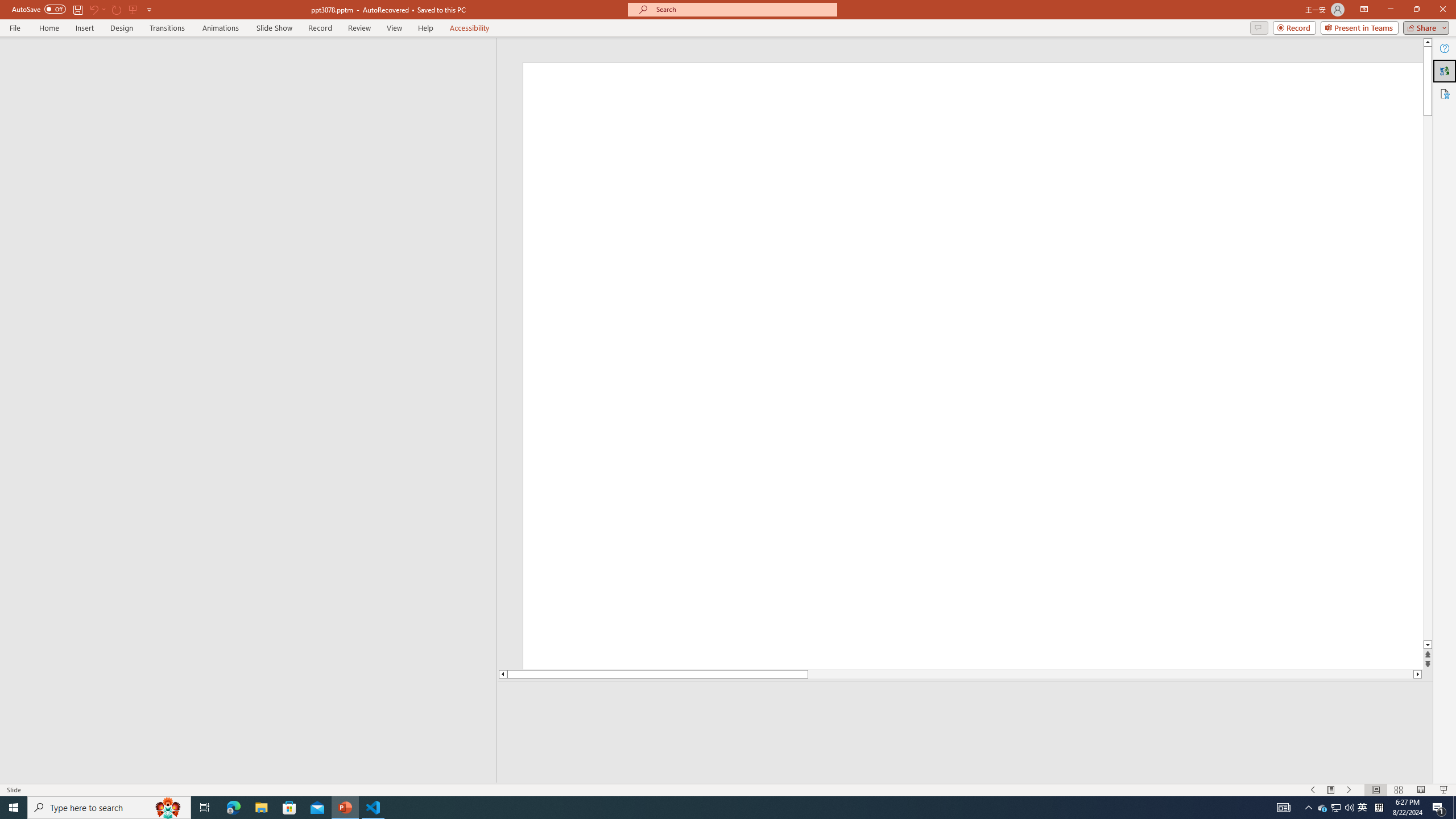  Describe the element at coordinates (1349, 790) in the screenshot. I see `'Slide Show Next On'` at that location.